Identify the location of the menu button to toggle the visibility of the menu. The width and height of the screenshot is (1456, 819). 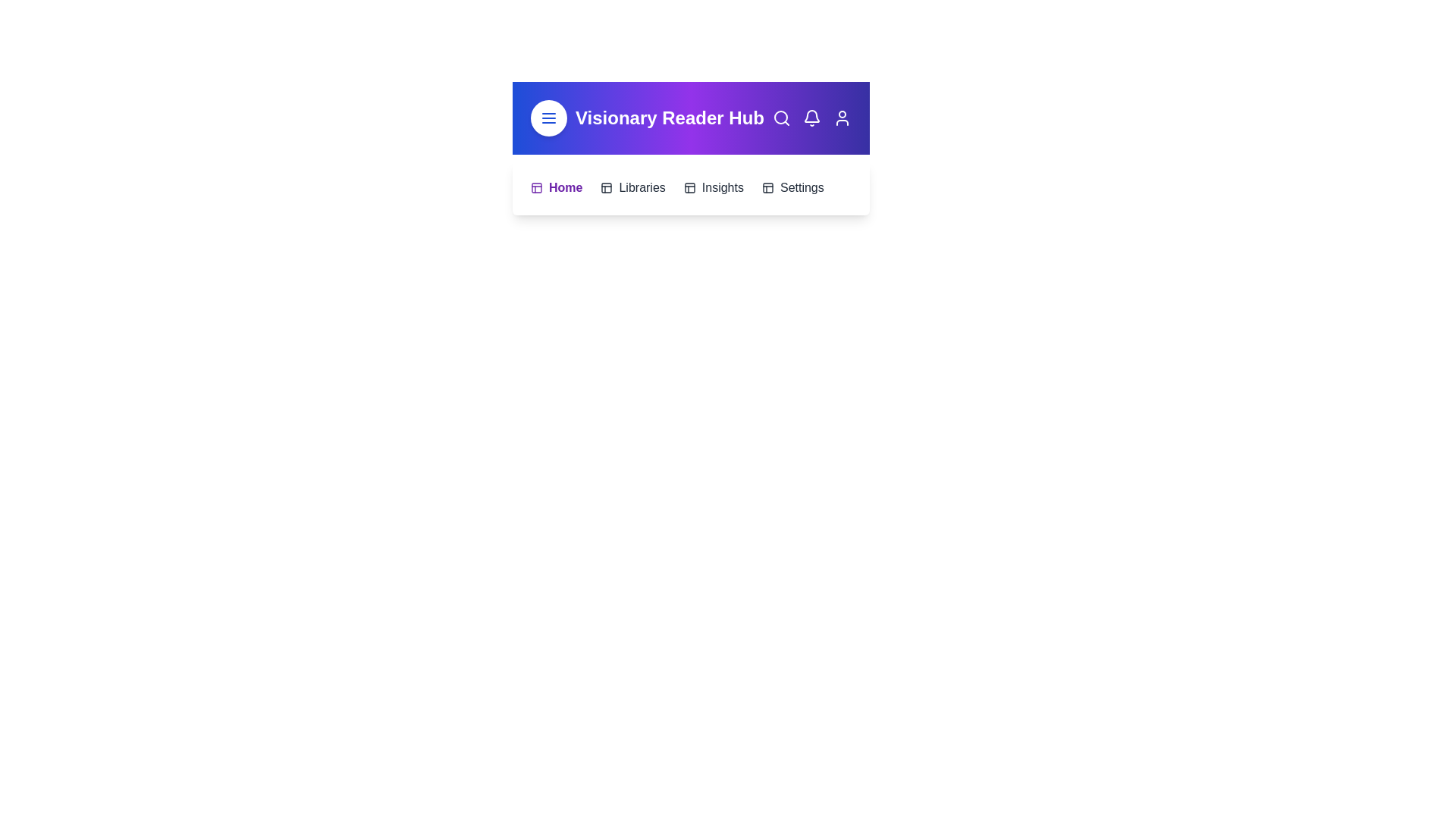
(548, 117).